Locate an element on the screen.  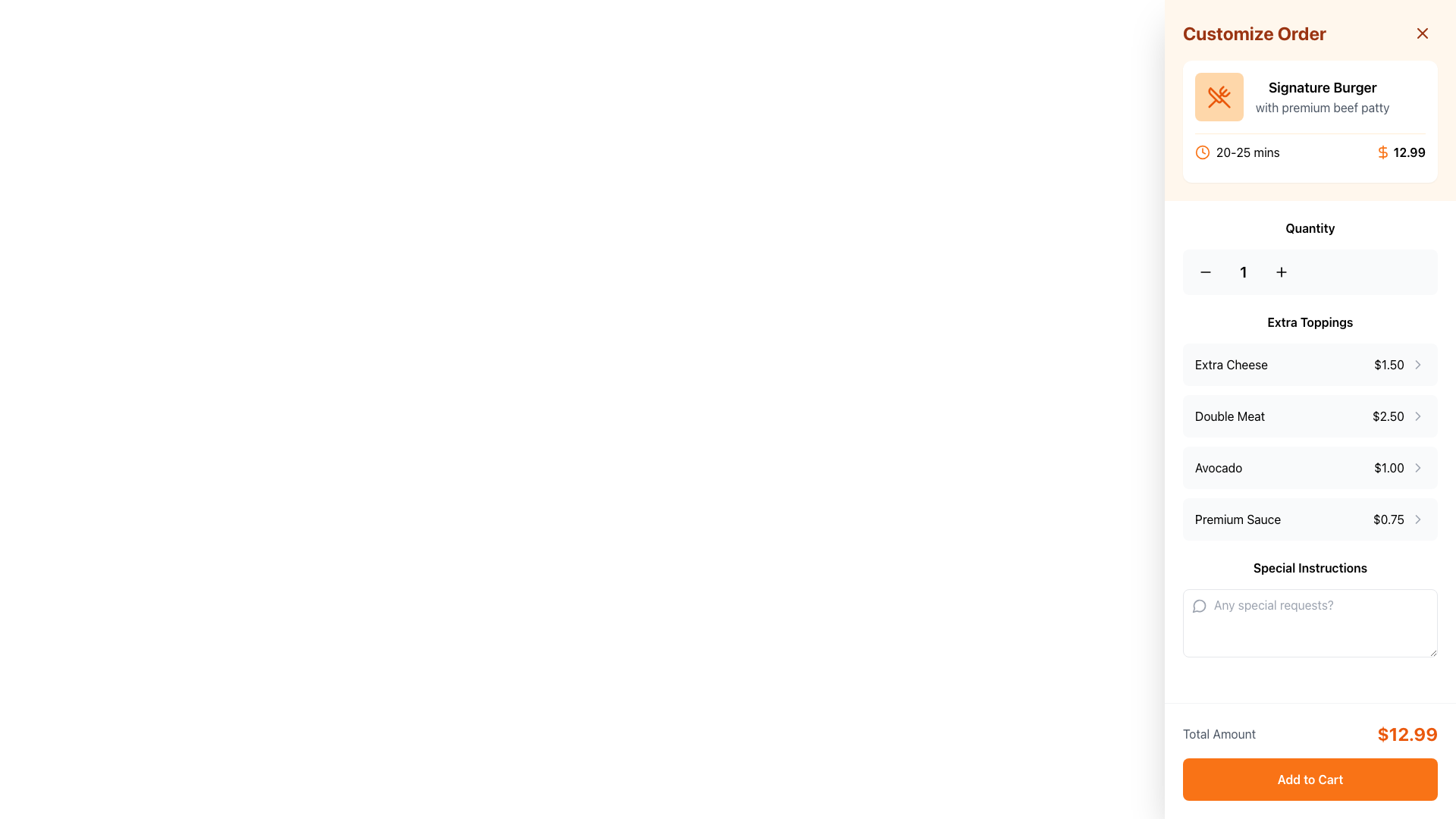
the price indicator for the 'Extra Cheese' topping option, which is located to the right of the 'Extra Cheese' text in the 'Extra Toppings' section is located at coordinates (1399, 365).